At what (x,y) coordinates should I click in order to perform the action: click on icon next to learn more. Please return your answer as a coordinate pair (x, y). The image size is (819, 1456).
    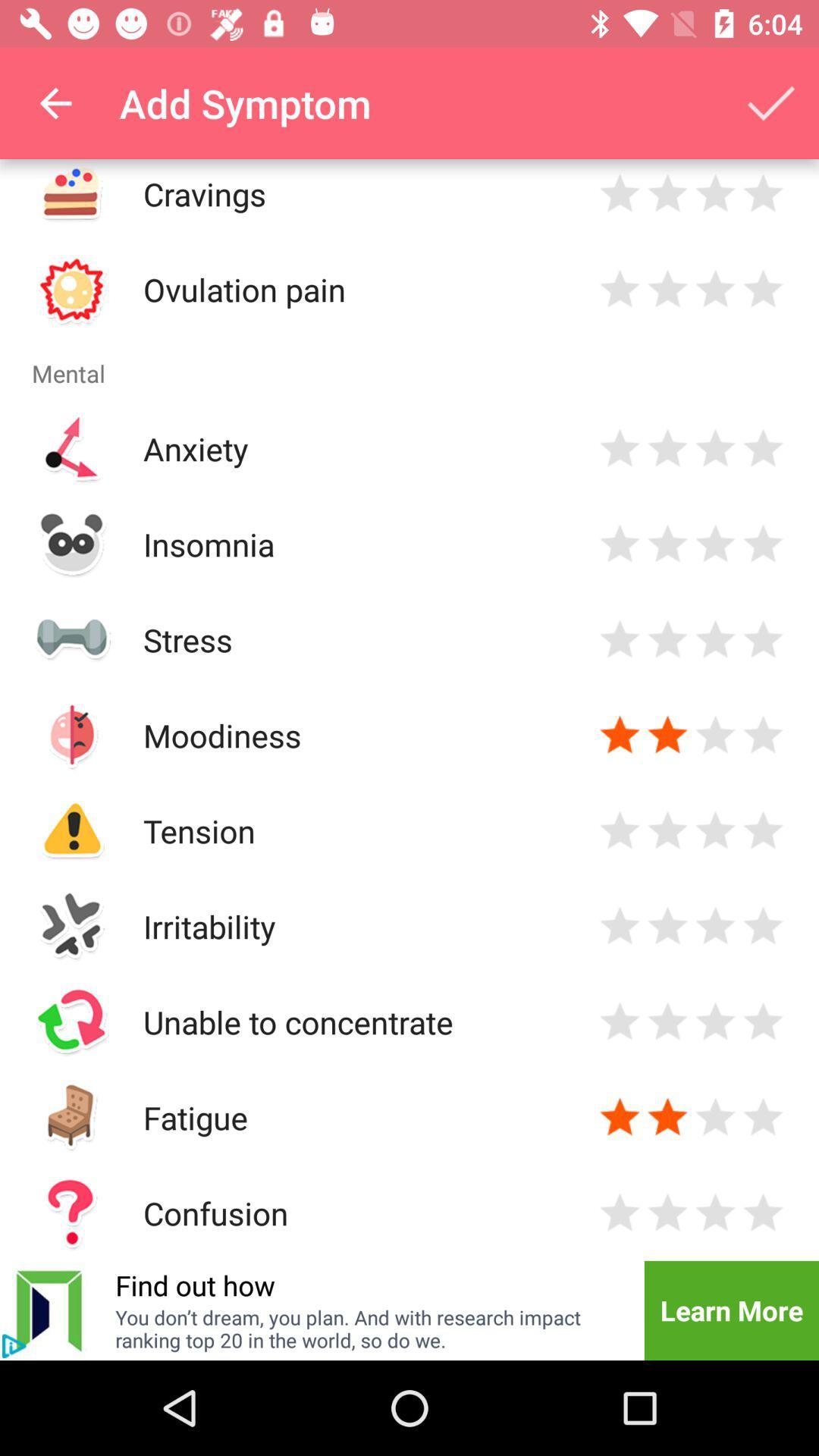
    Looking at the image, I should click on (369, 1328).